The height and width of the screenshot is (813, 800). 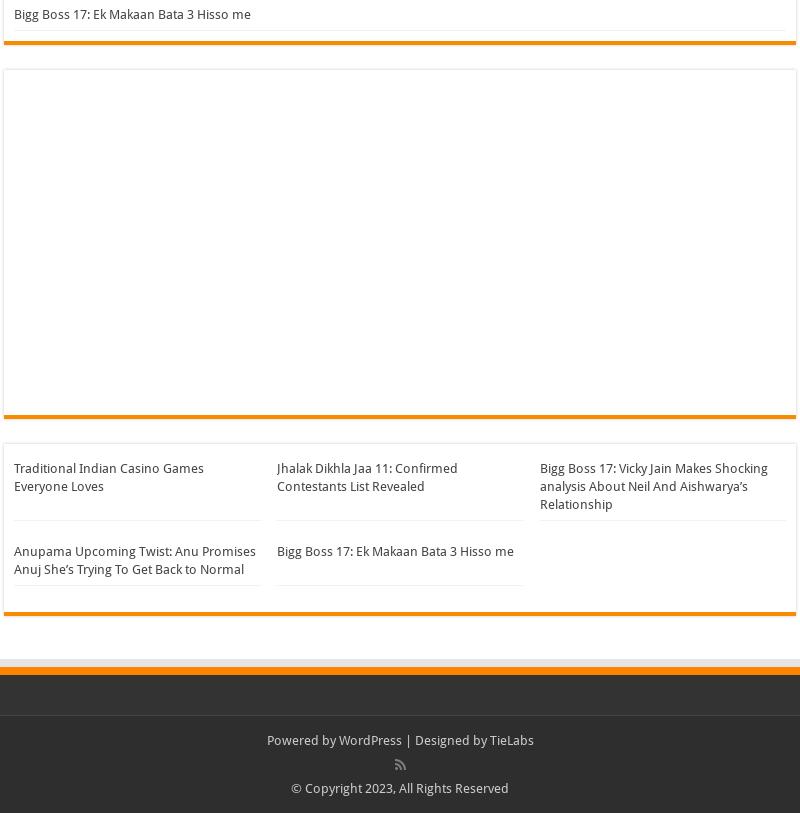 What do you see at coordinates (400, 788) in the screenshot?
I see `'© Copyright 2023, All Rights Reserved'` at bounding box center [400, 788].